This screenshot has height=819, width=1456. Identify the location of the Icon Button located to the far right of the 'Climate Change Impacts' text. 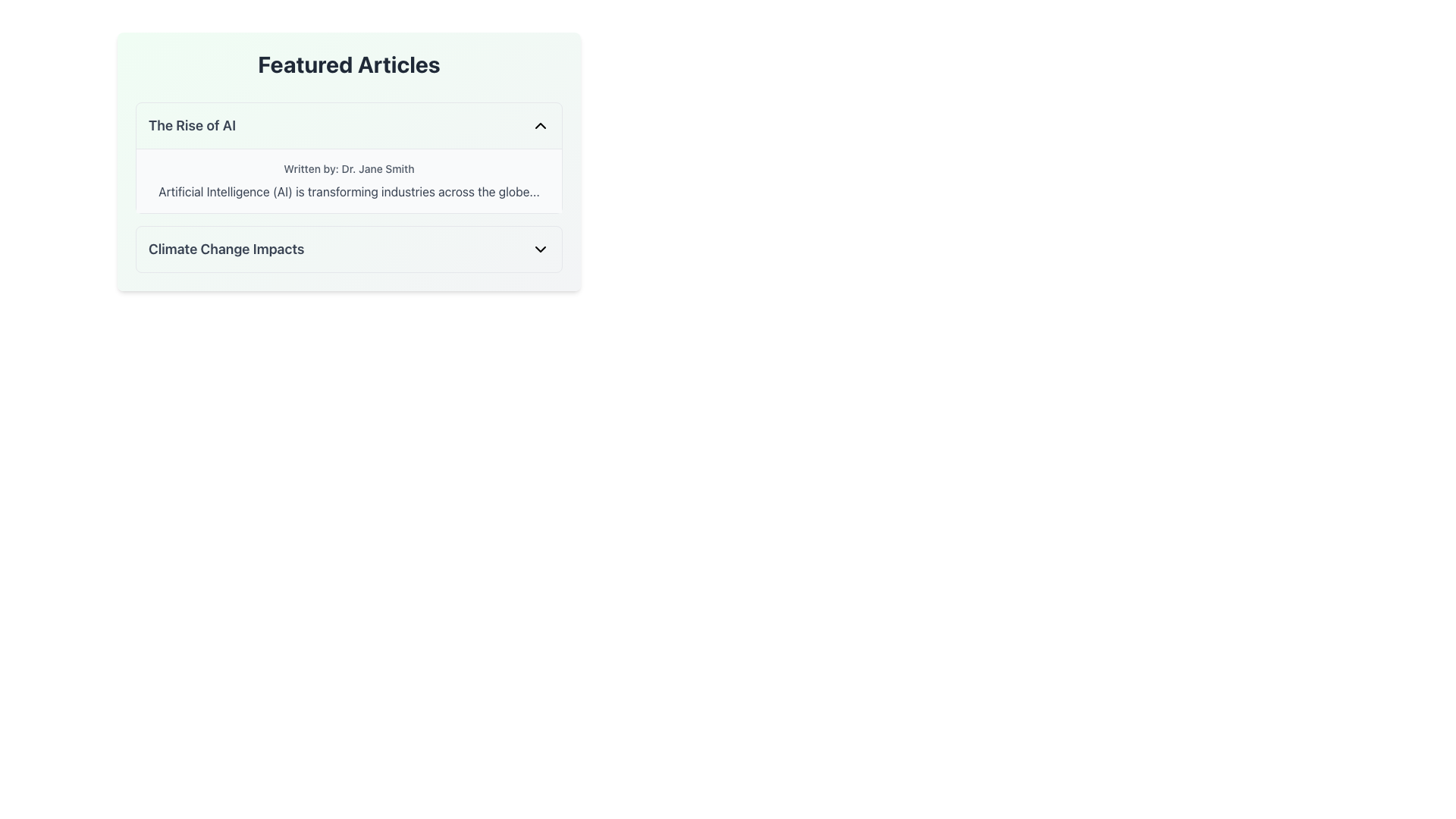
(541, 248).